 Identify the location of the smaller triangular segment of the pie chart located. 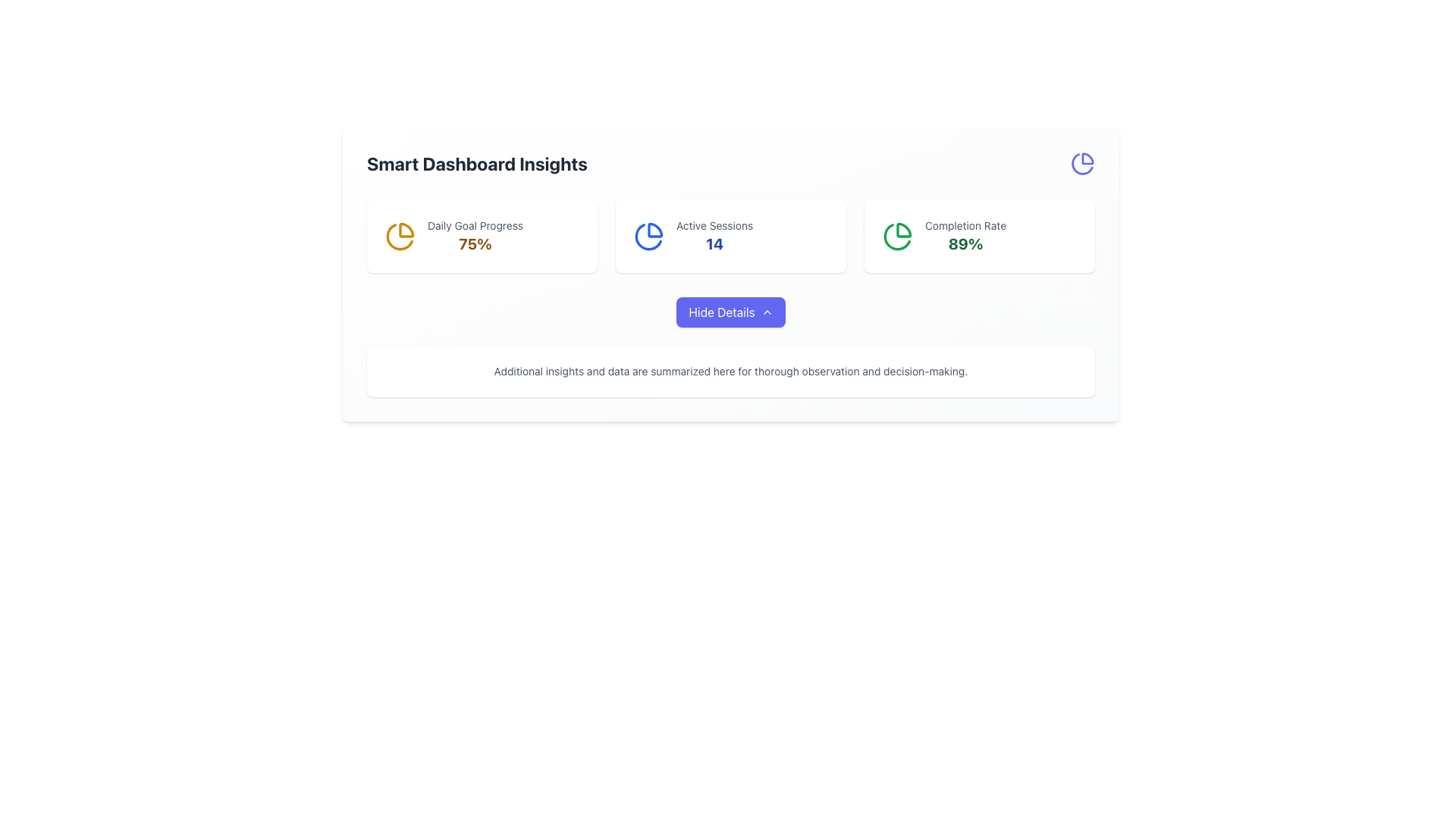
(904, 230).